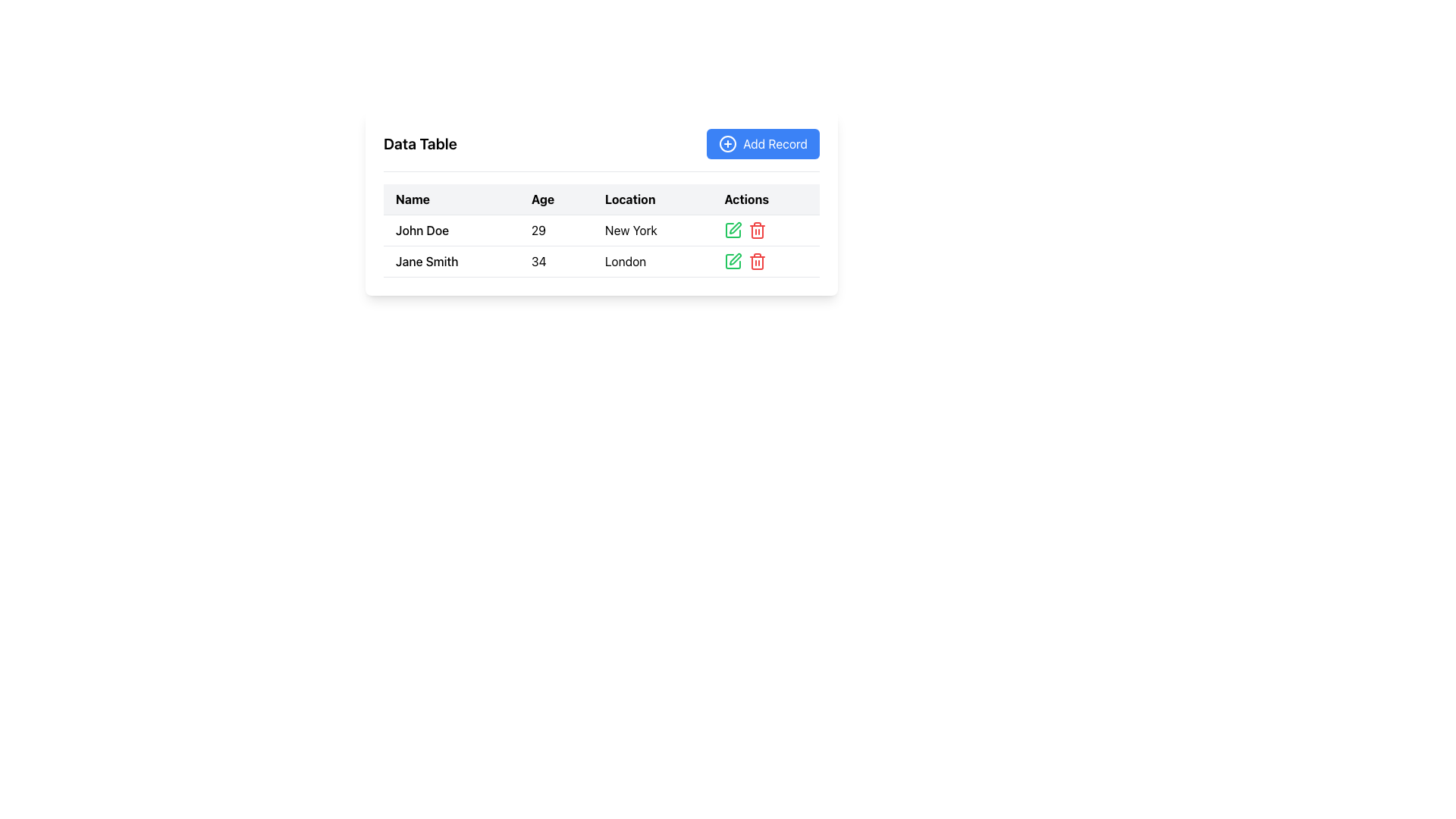 The image size is (1456, 819). Describe the element at coordinates (601, 199) in the screenshot. I see `column headers of the table header row displaying 'Name', 'Age', 'Location', and 'Actions'` at that location.